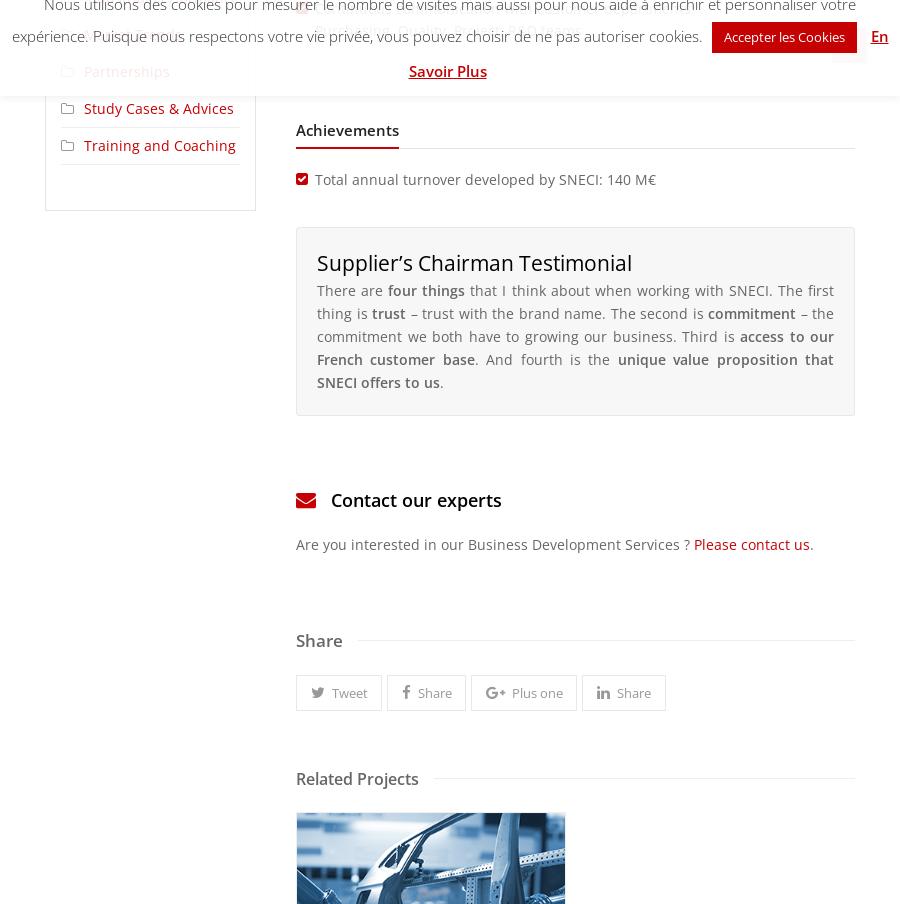  I want to click on 'trust', so click(388, 313).